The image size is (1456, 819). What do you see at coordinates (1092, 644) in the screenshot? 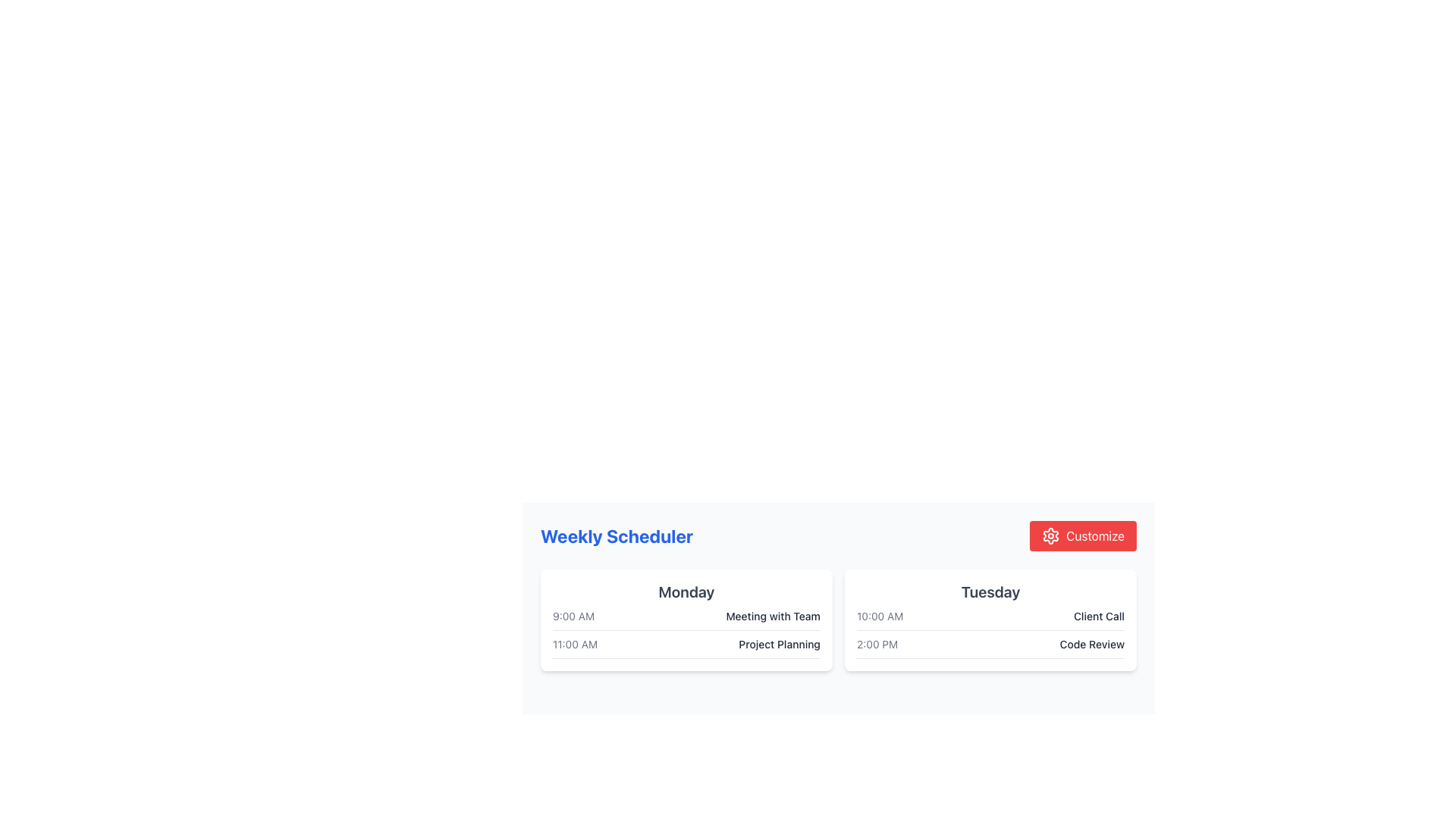
I see `the text label displaying 'Code Review' located under the 'Tuesday' heading in the schedule entry for the '2:00 PM' time slot` at bounding box center [1092, 644].